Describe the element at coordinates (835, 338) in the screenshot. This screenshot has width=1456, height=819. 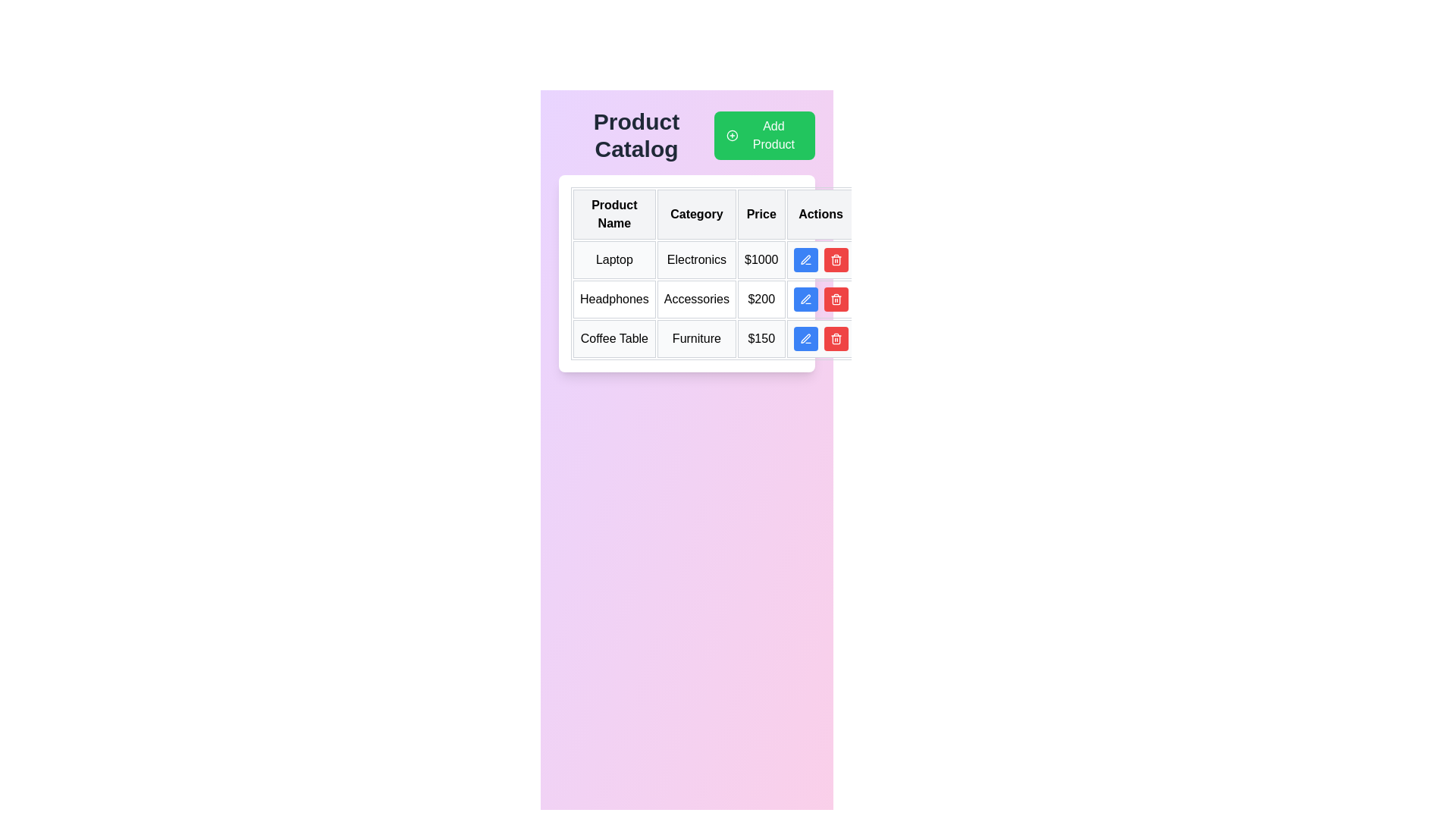
I see `the trash icon button for the delete action in the 'Actions' column of the table, which corresponds to the 'Coffee Table' item` at that location.